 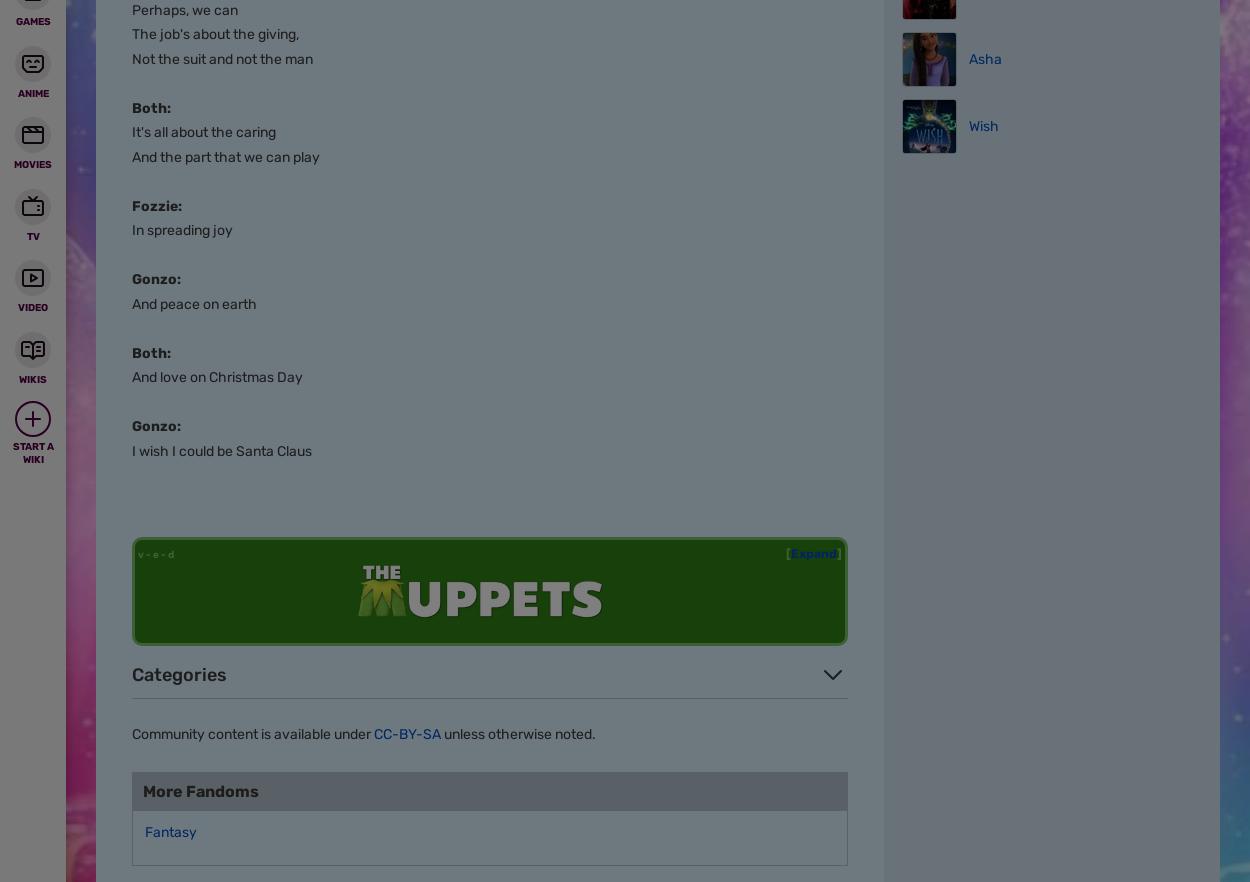 I want to click on 'Explore properties', so click(x=233, y=42).